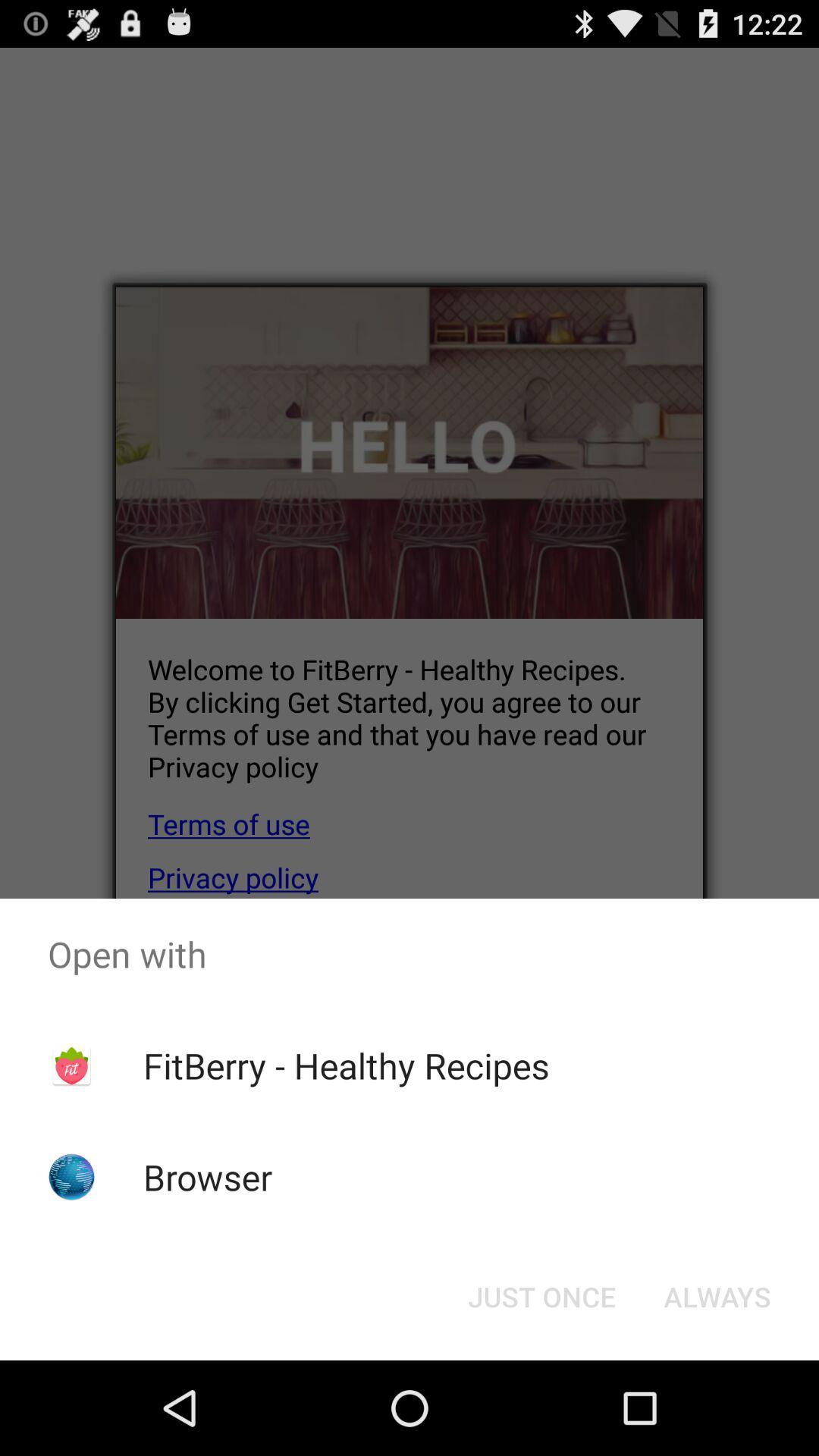  What do you see at coordinates (541, 1295) in the screenshot?
I see `icon next to always button` at bounding box center [541, 1295].